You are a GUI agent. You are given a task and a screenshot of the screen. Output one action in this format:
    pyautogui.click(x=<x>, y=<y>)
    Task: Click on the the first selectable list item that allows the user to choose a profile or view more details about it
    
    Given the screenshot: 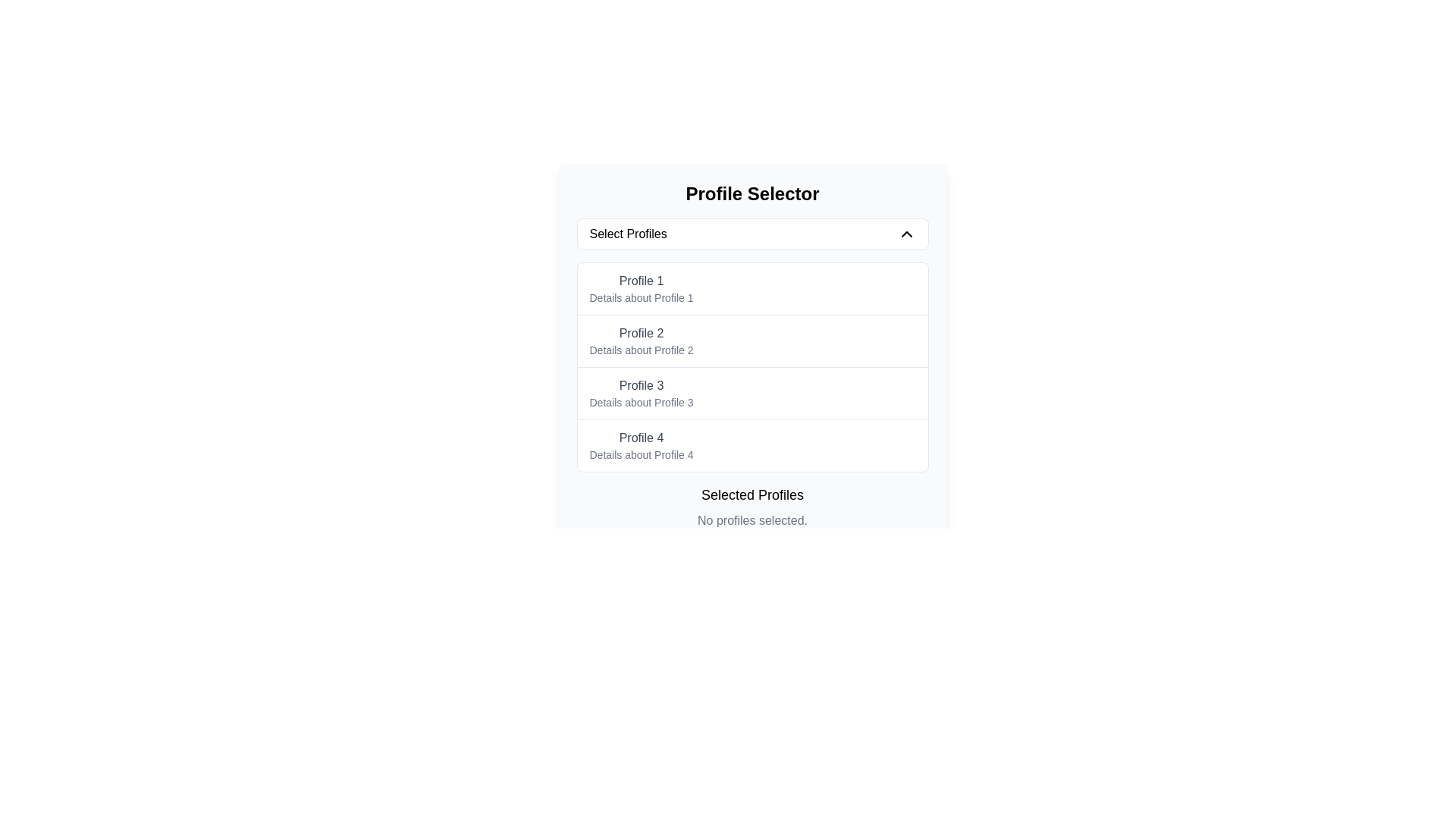 What is the action you would take?
    pyautogui.click(x=752, y=289)
    